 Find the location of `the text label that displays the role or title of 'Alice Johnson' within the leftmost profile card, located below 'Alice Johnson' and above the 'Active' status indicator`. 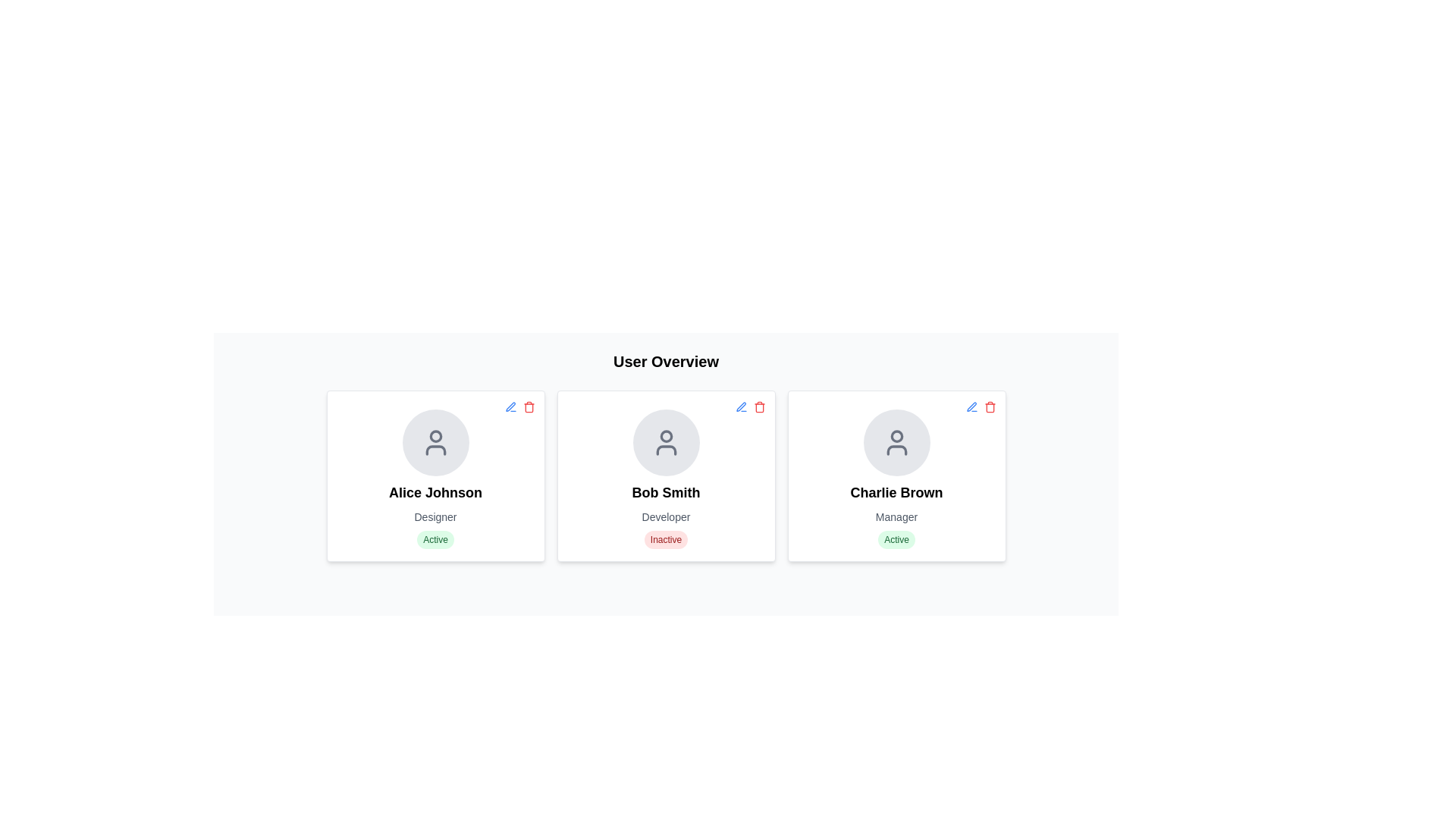

the text label that displays the role or title of 'Alice Johnson' within the leftmost profile card, located below 'Alice Johnson' and above the 'Active' status indicator is located at coordinates (435, 516).